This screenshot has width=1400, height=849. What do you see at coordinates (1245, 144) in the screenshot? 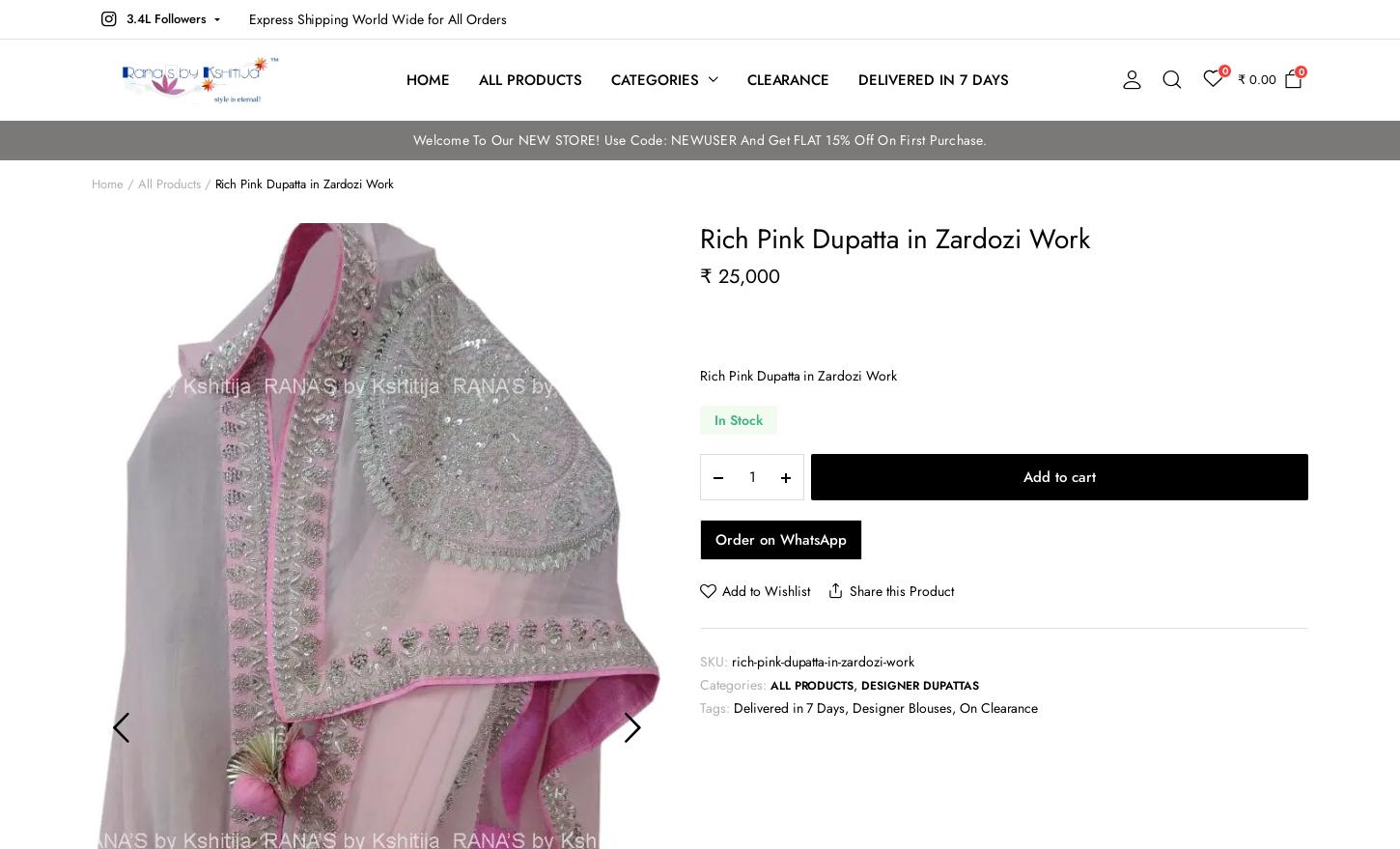
I see `'This is the price in Indian Rupees'` at bounding box center [1245, 144].